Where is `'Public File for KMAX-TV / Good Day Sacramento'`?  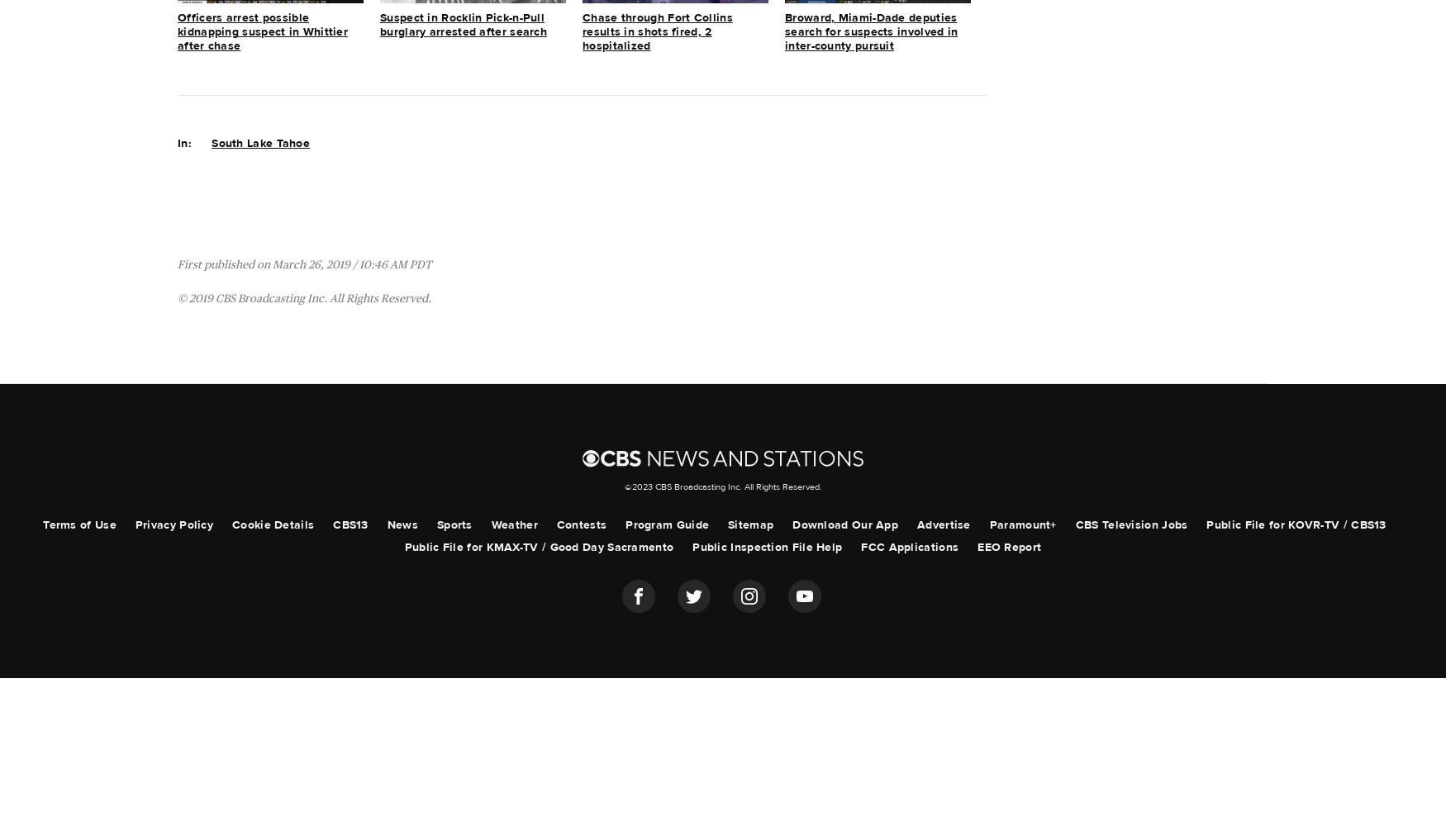 'Public File for KMAX-TV / Good Day Sacramento' is located at coordinates (403, 547).